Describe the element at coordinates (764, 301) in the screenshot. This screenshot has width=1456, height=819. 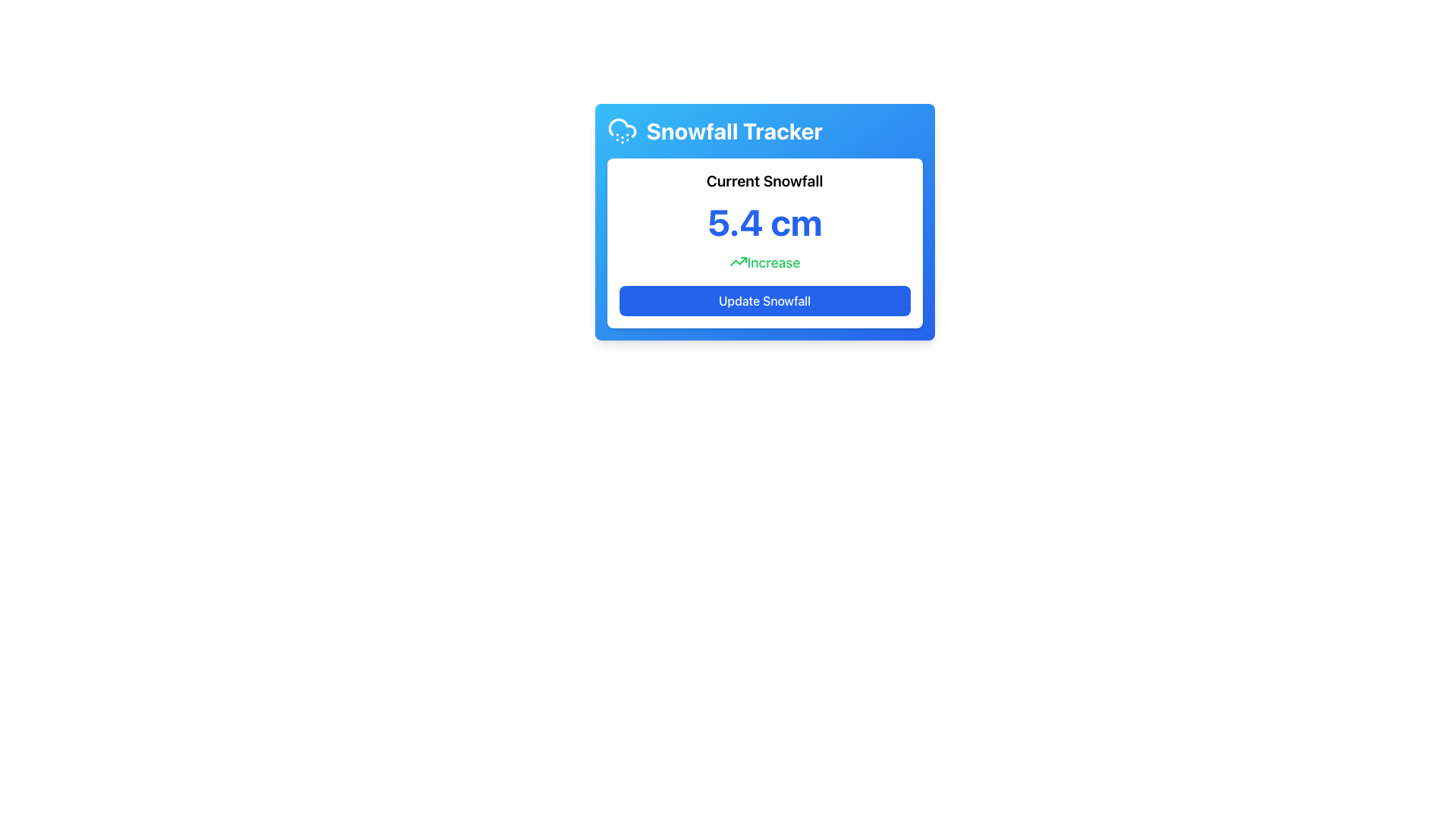
I see `the button with blue background and white text labeled 'Update Snowfall'` at that location.